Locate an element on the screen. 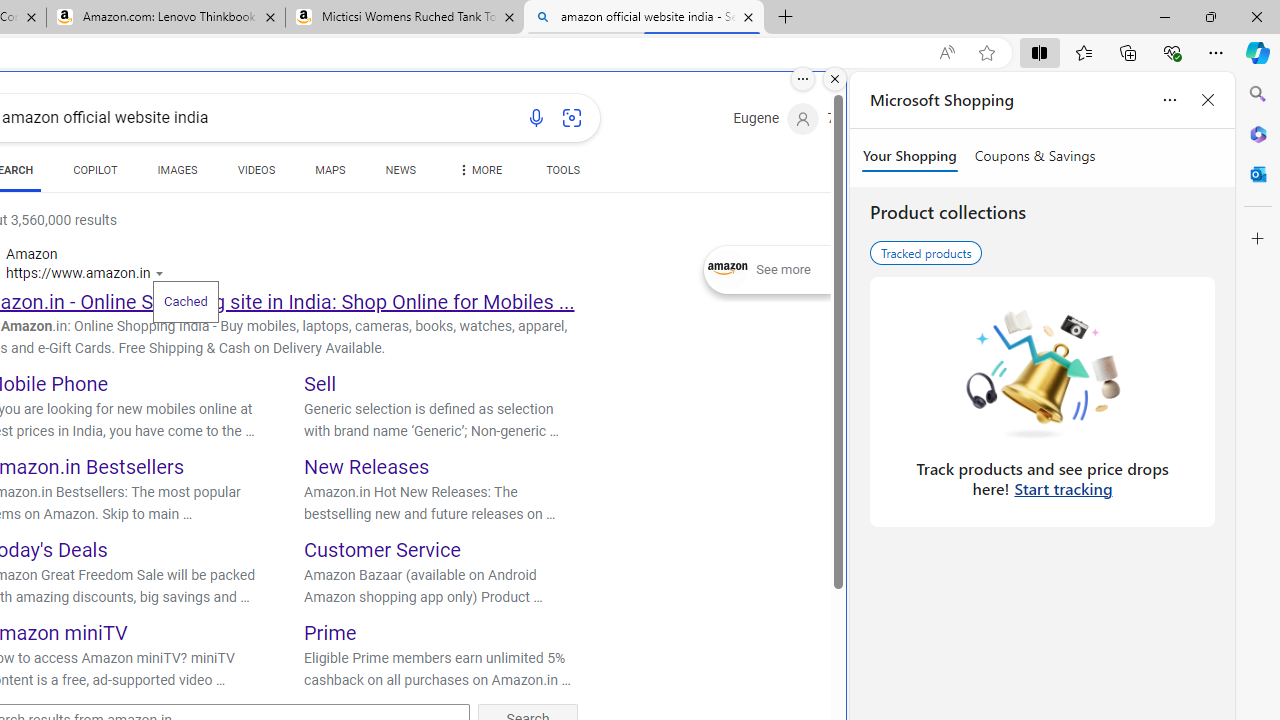 The image size is (1280, 720). 'Split screen' is located at coordinates (1040, 51).